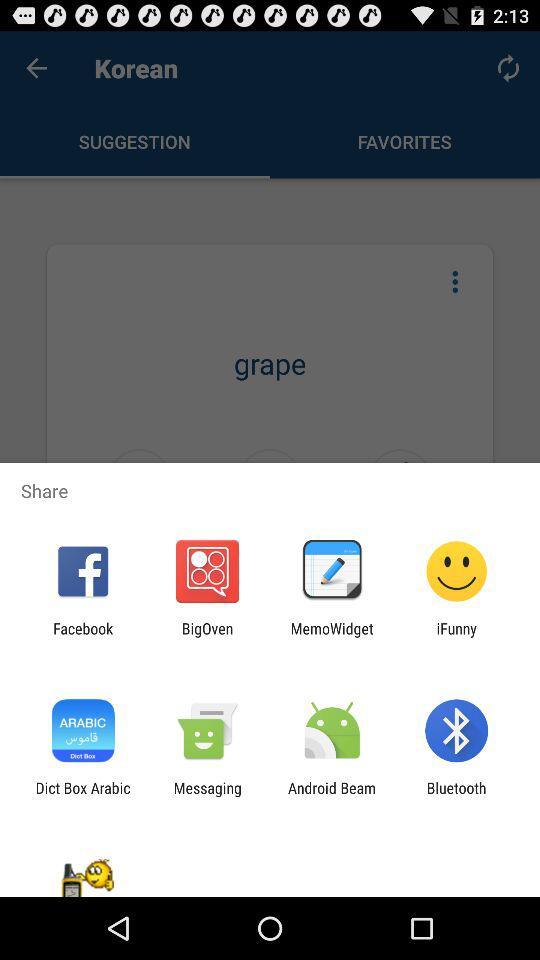 This screenshot has width=540, height=960. Describe the element at coordinates (206, 636) in the screenshot. I see `the icon next to the facebook` at that location.